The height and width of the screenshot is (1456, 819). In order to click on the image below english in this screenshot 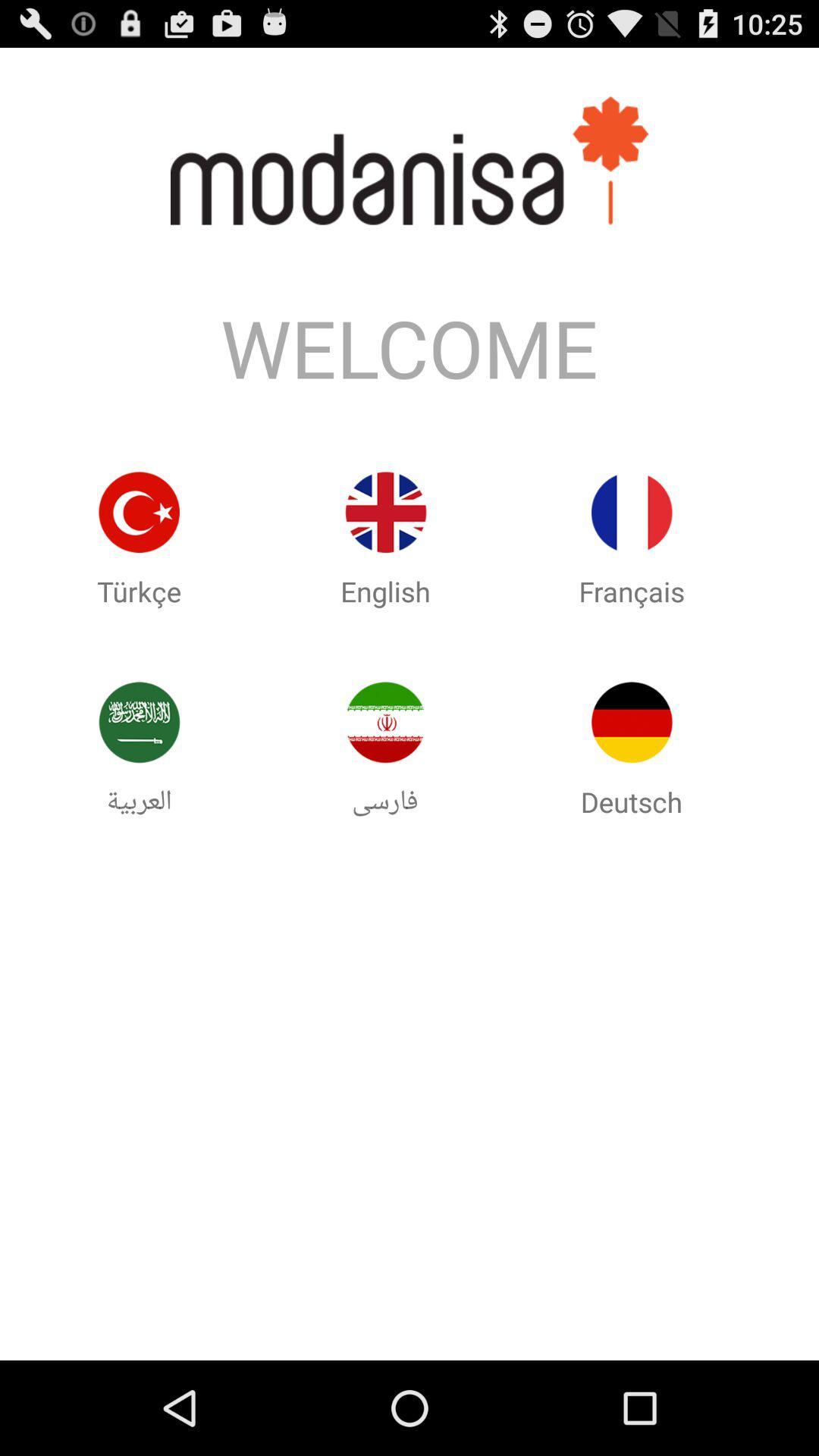, I will do `click(385, 722)`.